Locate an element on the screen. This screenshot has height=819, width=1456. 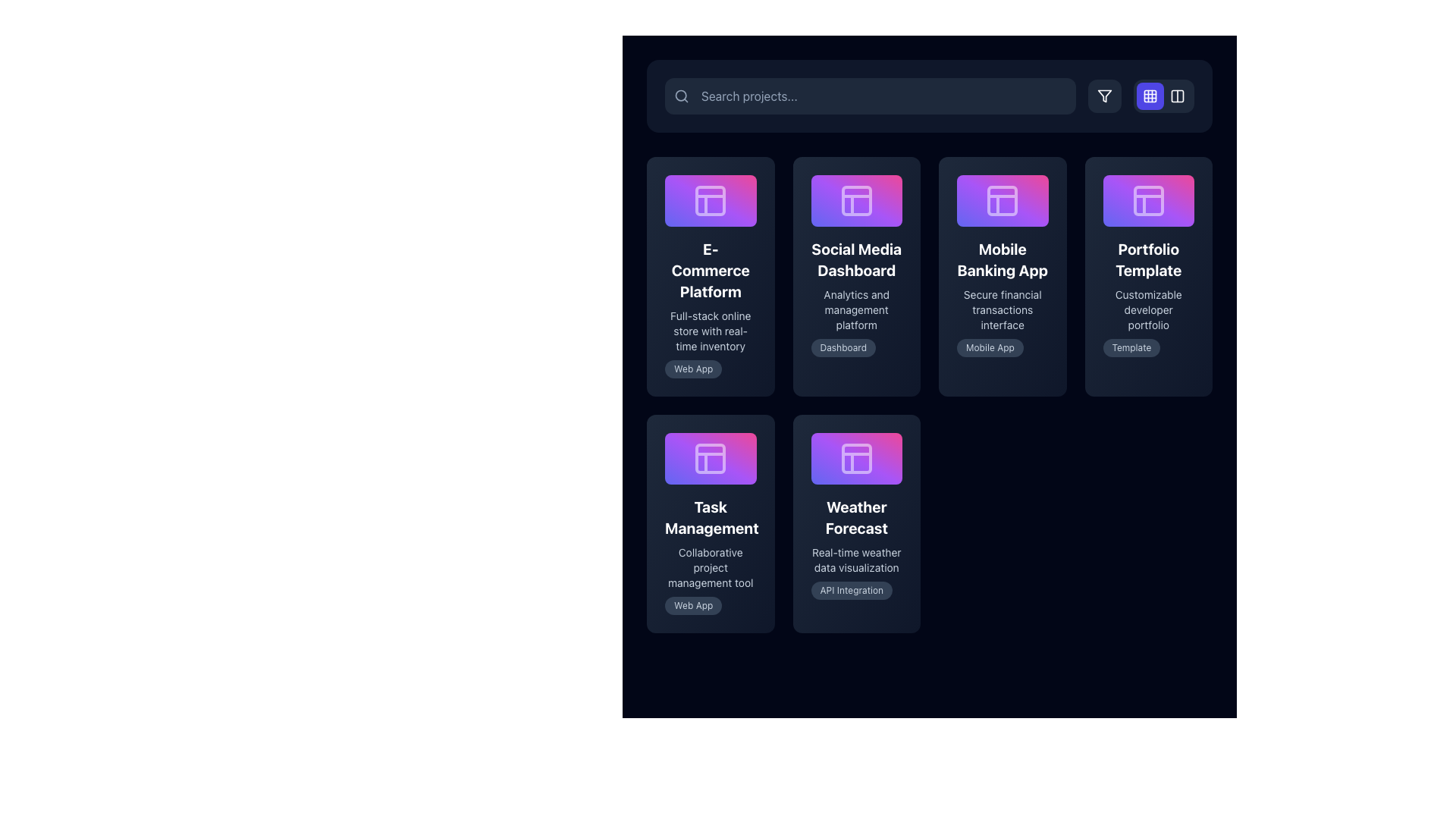
the decorative icon with a gradient background and a modular layout icon located at the top section of the 'Social Media Dashboard' card is located at coordinates (856, 199).